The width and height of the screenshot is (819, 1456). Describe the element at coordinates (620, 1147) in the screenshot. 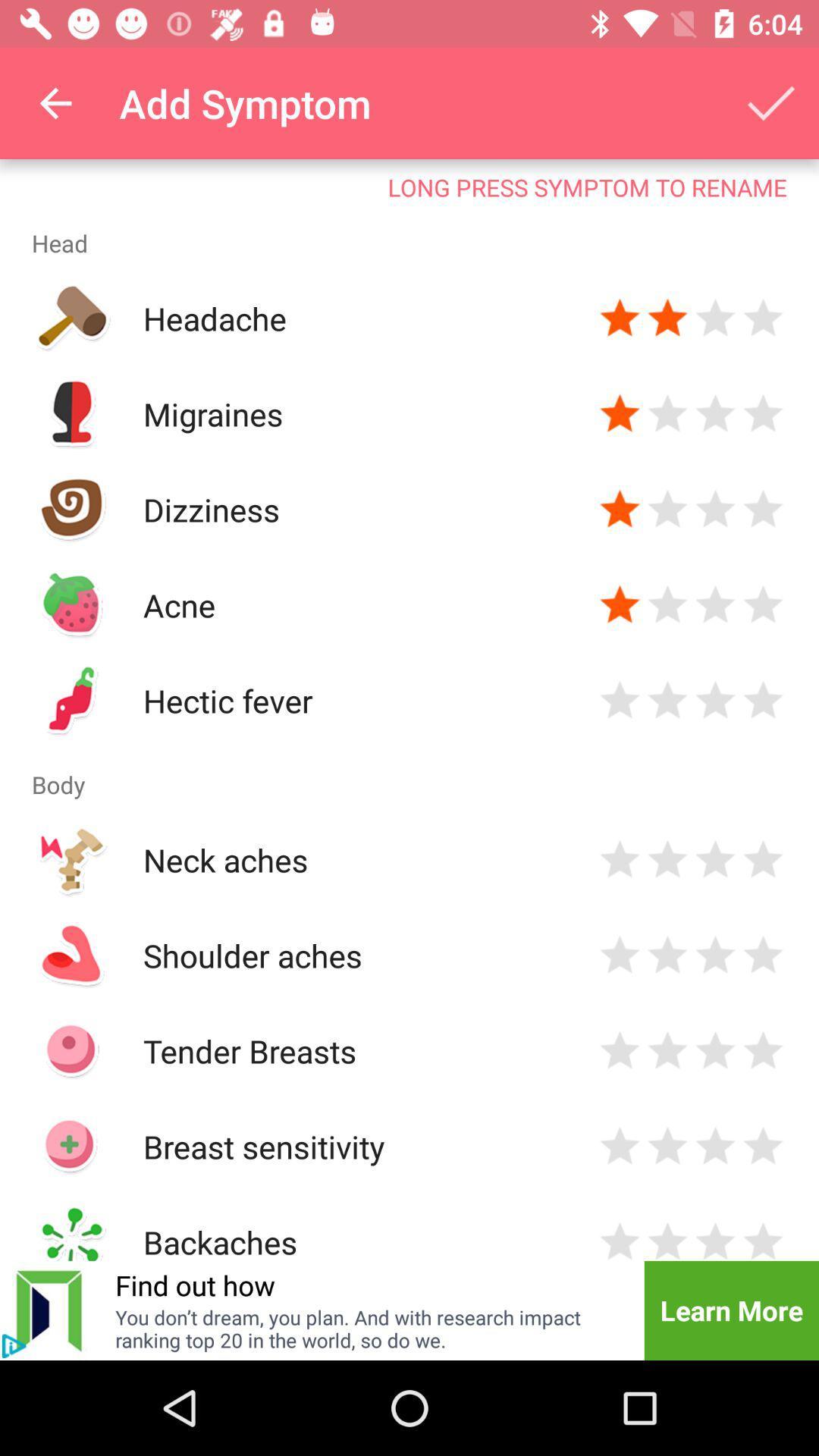

I see `rating for the items specified in the body section` at that location.